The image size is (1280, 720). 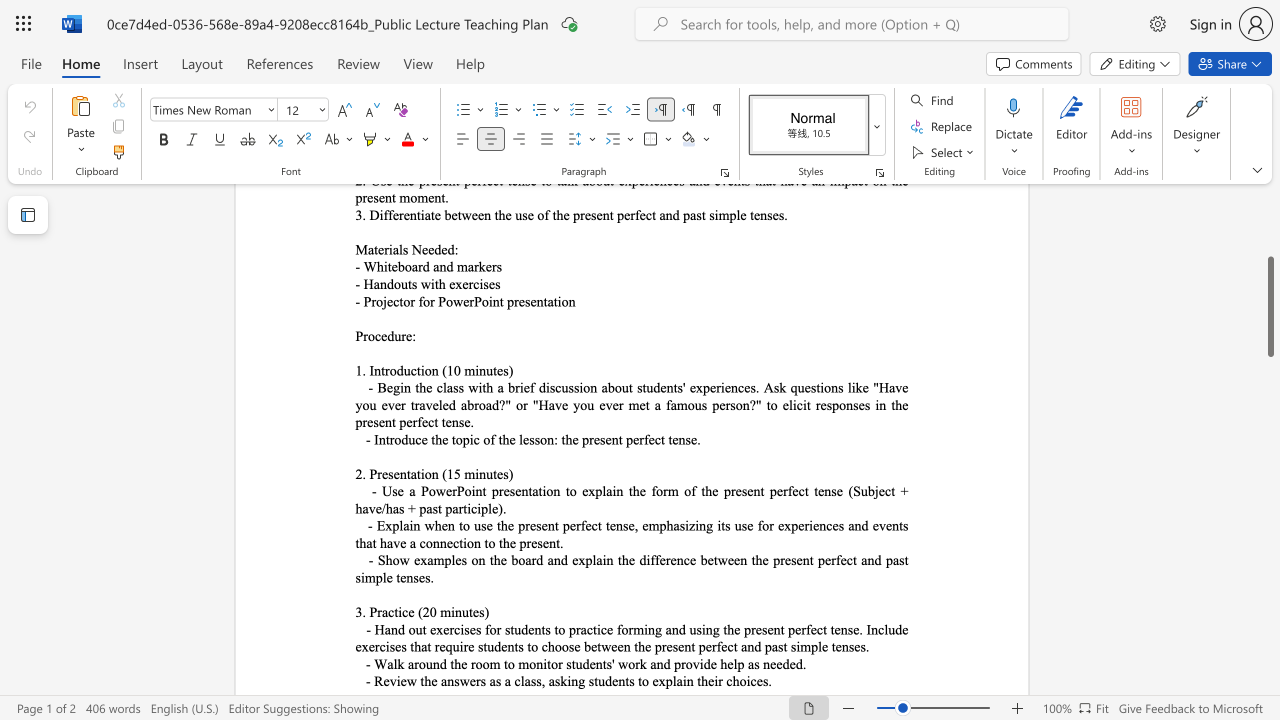 I want to click on the subset text "ts that have a connection to the" within the text "- Explain when to use the present perfect tense, emphasizing its use for experiences and events that have a connection to the present.", so click(x=898, y=524).